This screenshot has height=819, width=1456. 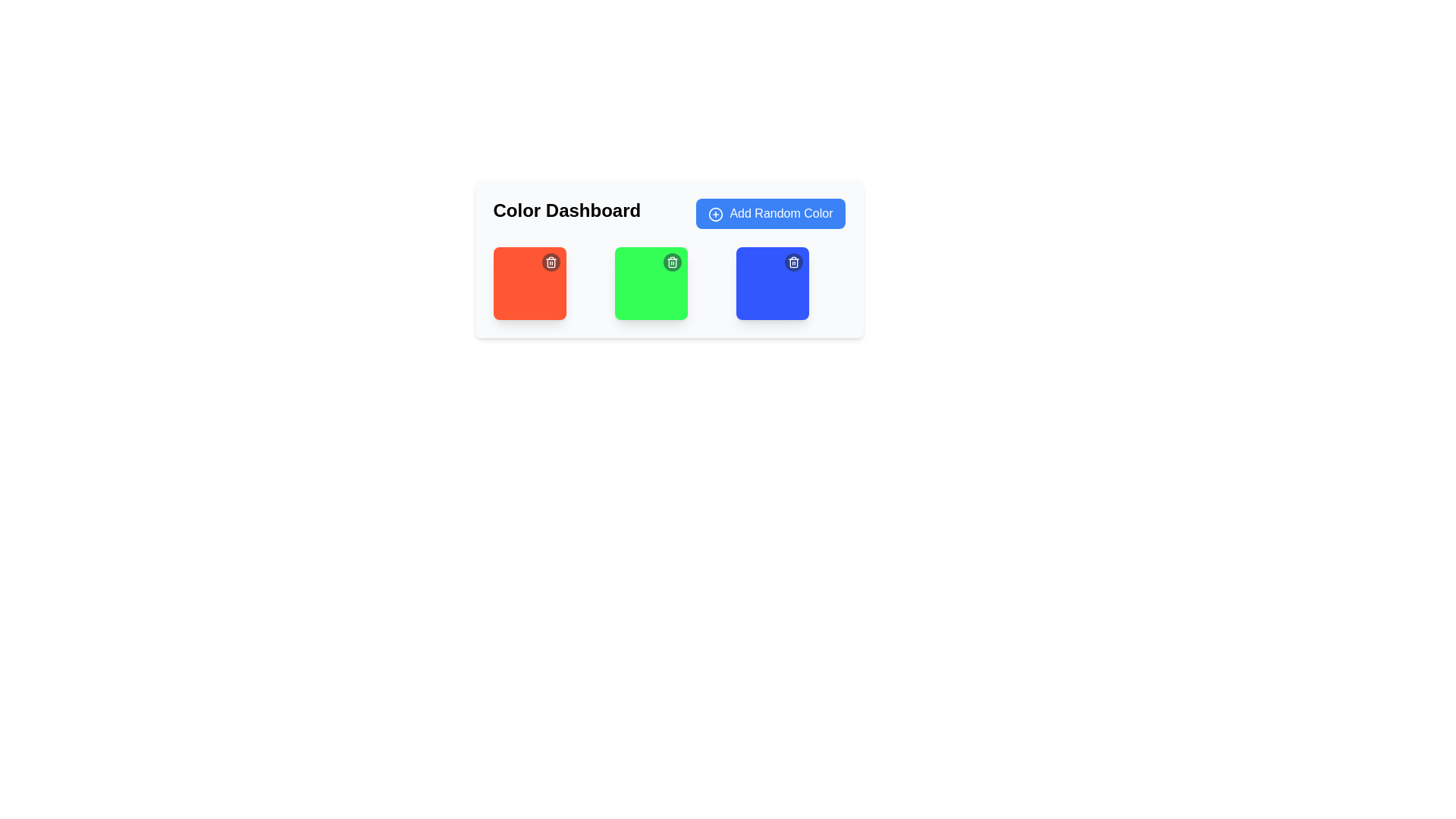 What do you see at coordinates (792, 262) in the screenshot?
I see `the trash can icon button located in the top-right corner of the third blue card` at bounding box center [792, 262].